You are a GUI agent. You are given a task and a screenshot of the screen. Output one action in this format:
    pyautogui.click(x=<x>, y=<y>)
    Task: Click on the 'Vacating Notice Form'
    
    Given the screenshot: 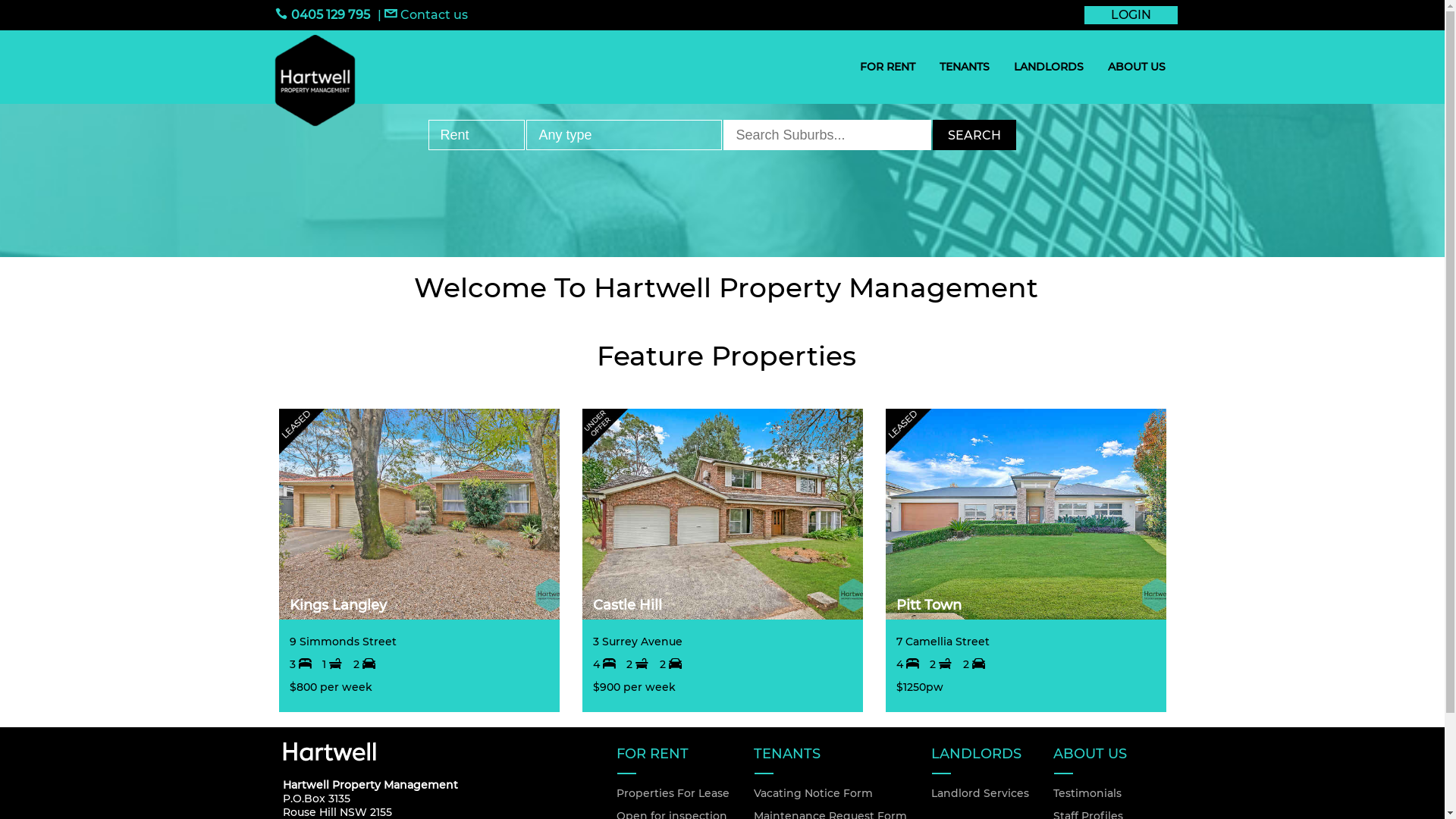 What is the action you would take?
    pyautogui.click(x=829, y=792)
    